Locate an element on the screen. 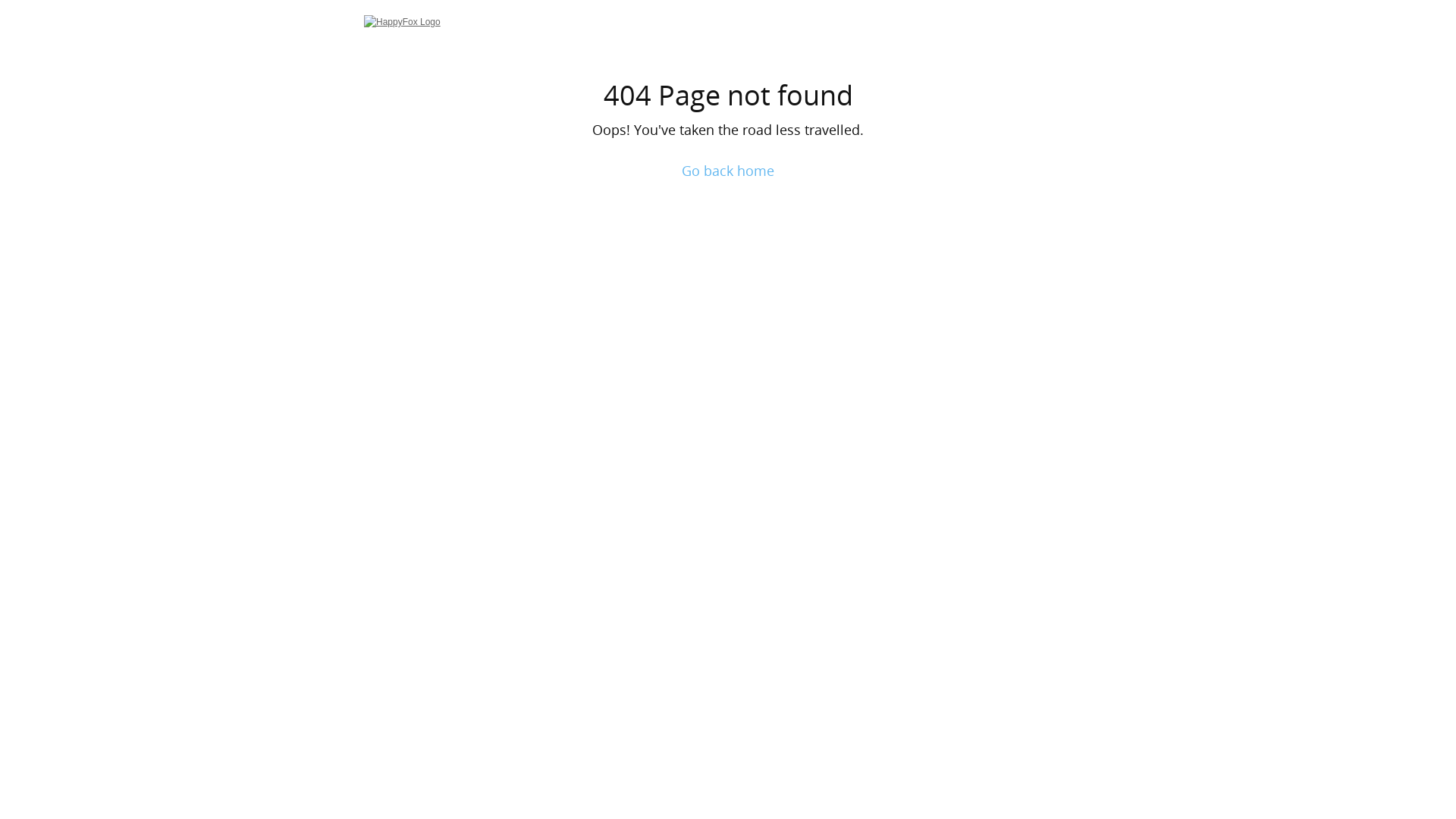  'Go back home' is located at coordinates (680, 170).